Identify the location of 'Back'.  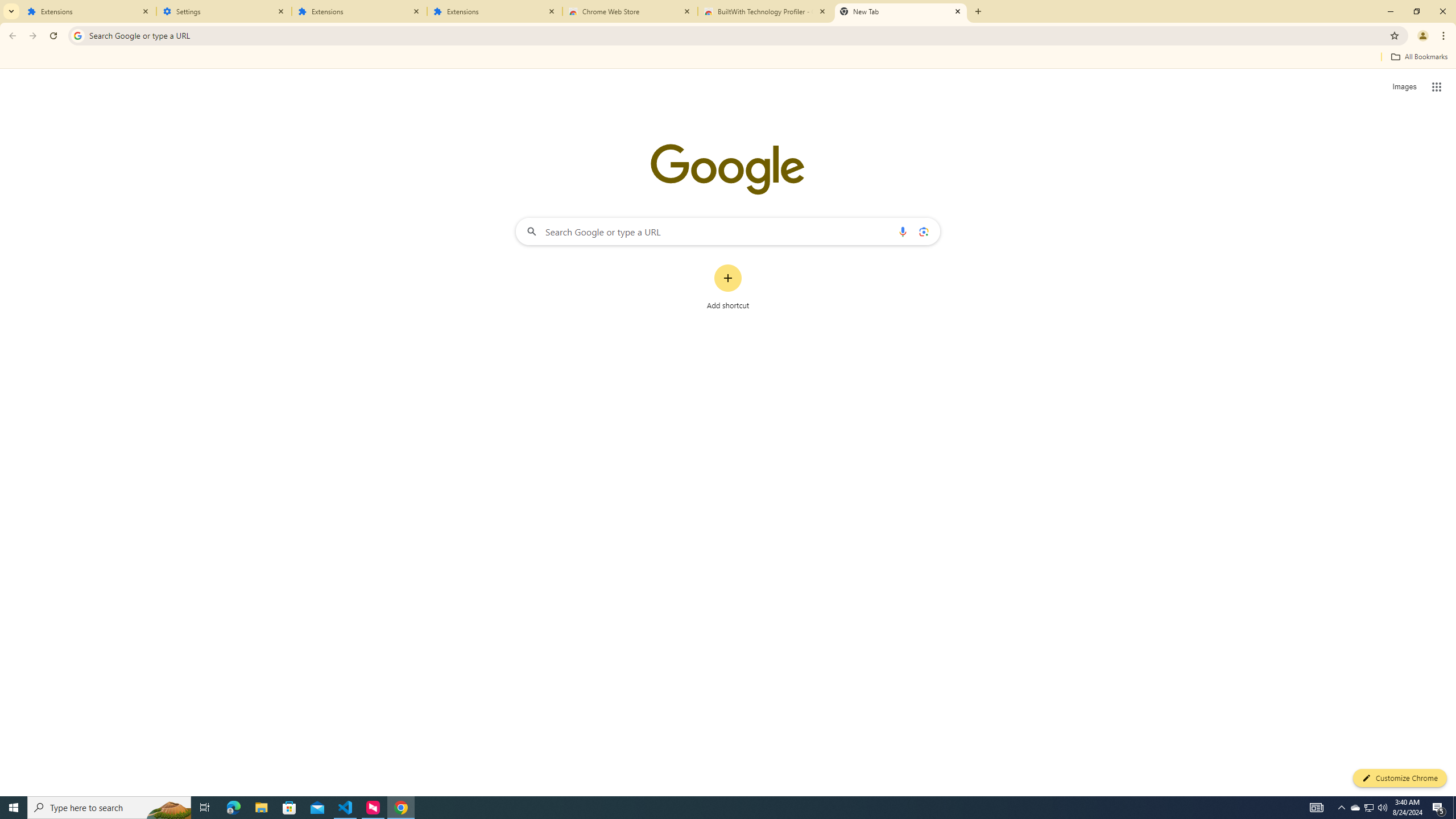
(11, 35).